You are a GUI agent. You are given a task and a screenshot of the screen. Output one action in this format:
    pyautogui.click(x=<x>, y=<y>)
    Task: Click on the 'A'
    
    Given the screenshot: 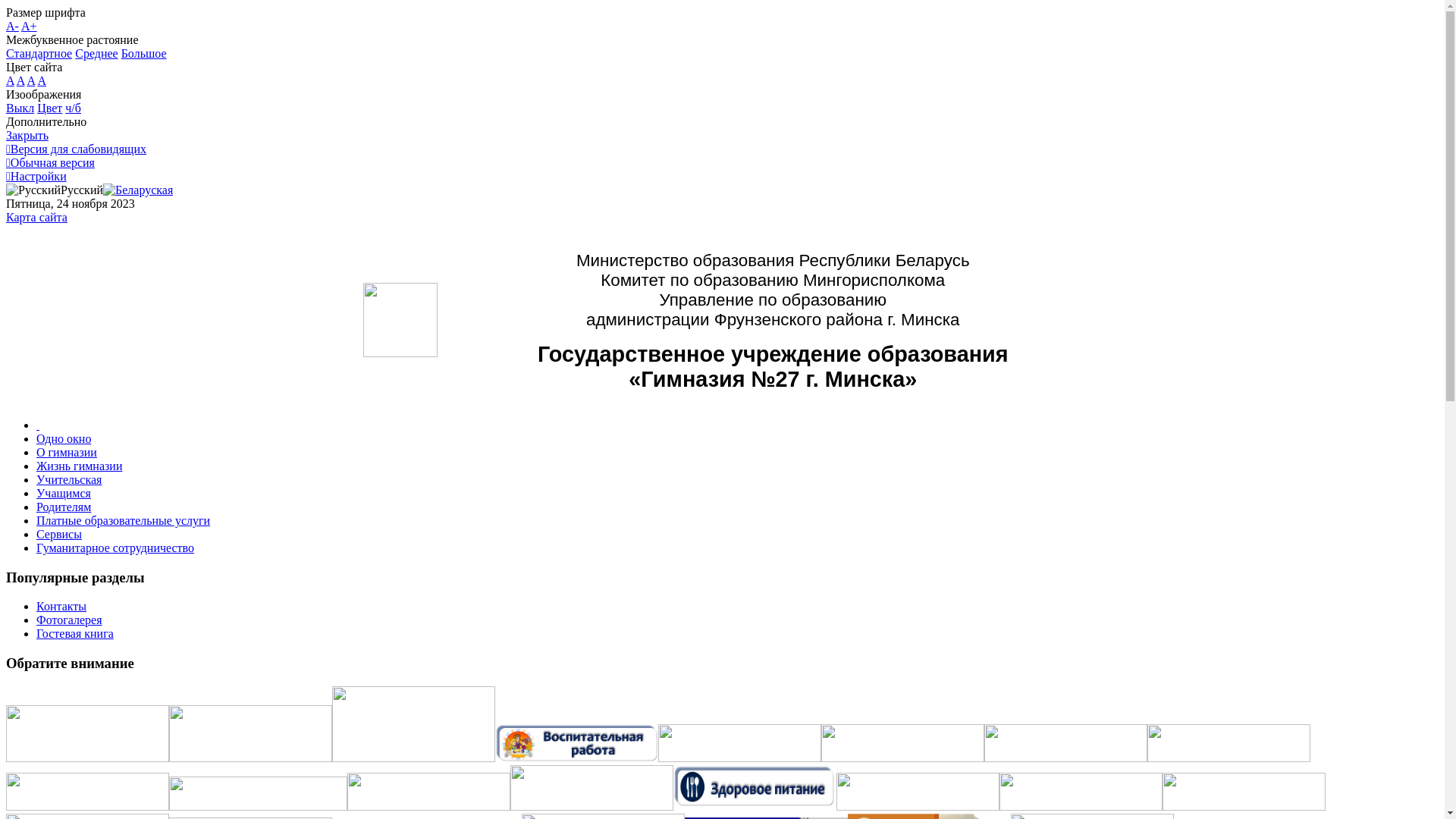 What is the action you would take?
    pyautogui.click(x=20, y=80)
    